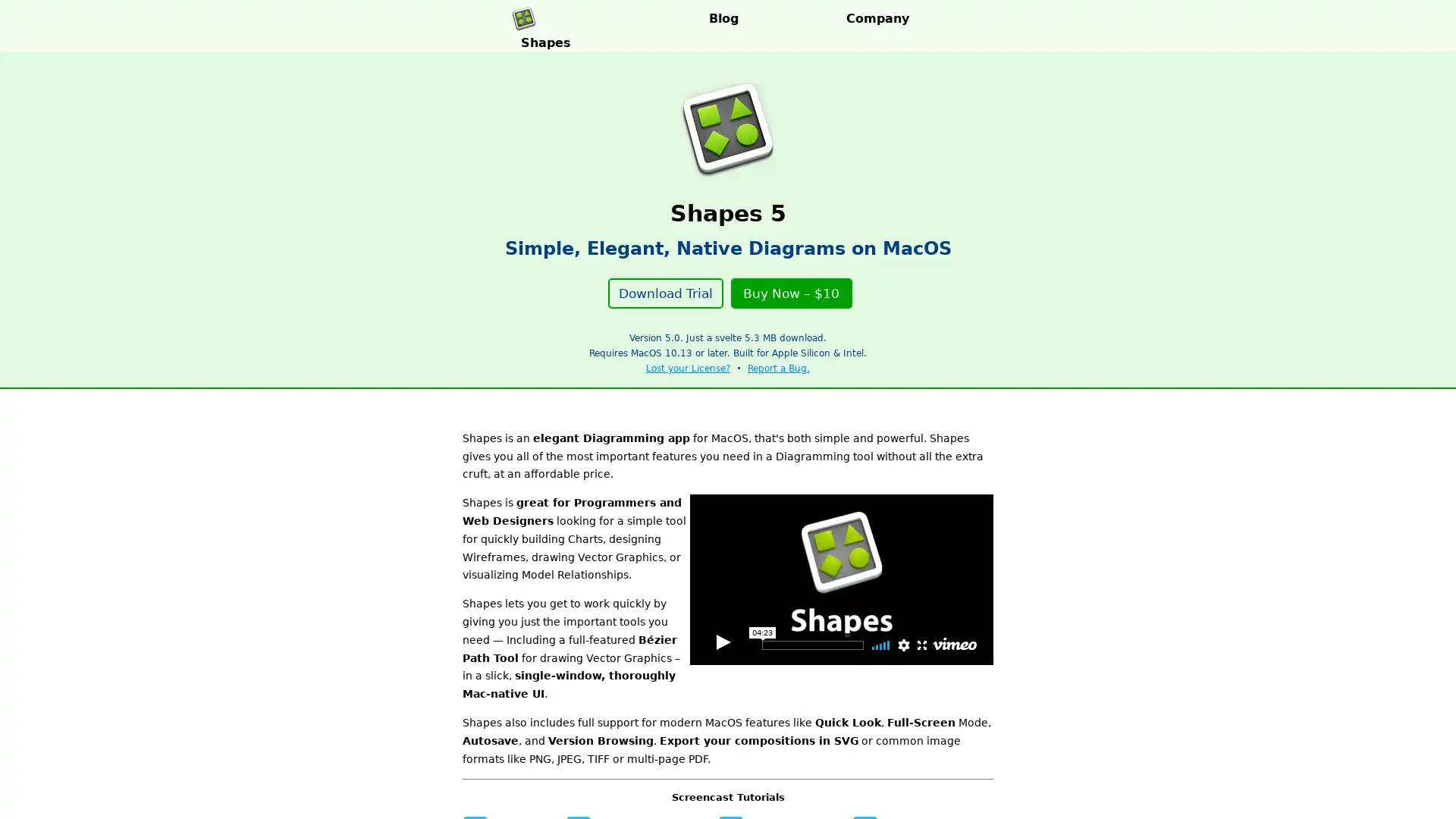 The height and width of the screenshot is (819, 1456). What do you see at coordinates (789, 292) in the screenshot?
I see `Buy Now  $10` at bounding box center [789, 292].